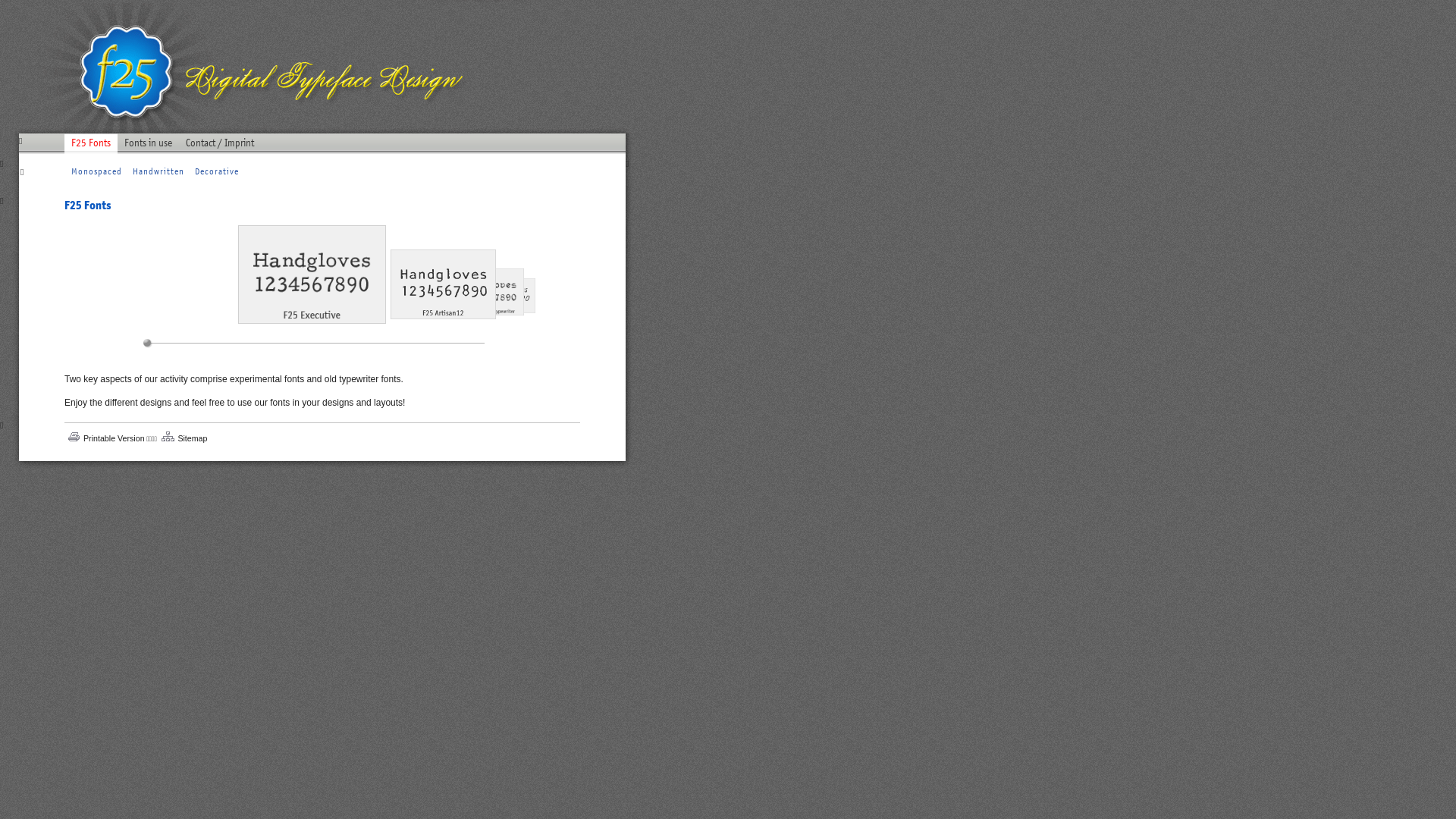 The image size is (1456, 819). What do you see at coordinates (96, 171) in the screenshot?
I see `'Monospaced'` at bounding box center [96, 171].